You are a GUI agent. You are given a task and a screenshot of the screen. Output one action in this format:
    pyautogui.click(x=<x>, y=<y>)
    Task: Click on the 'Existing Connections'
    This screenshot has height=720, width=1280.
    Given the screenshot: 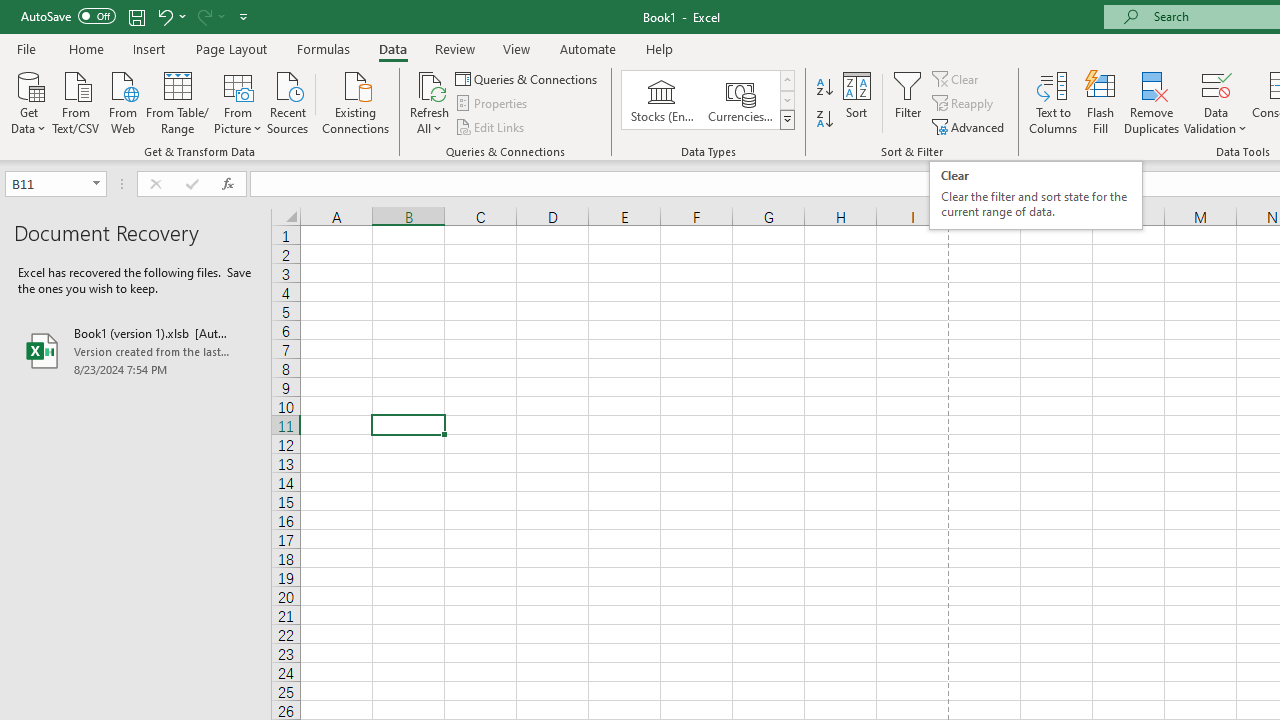 What is the action you would take?
    pyautogui.click(x=355, y=101)
    